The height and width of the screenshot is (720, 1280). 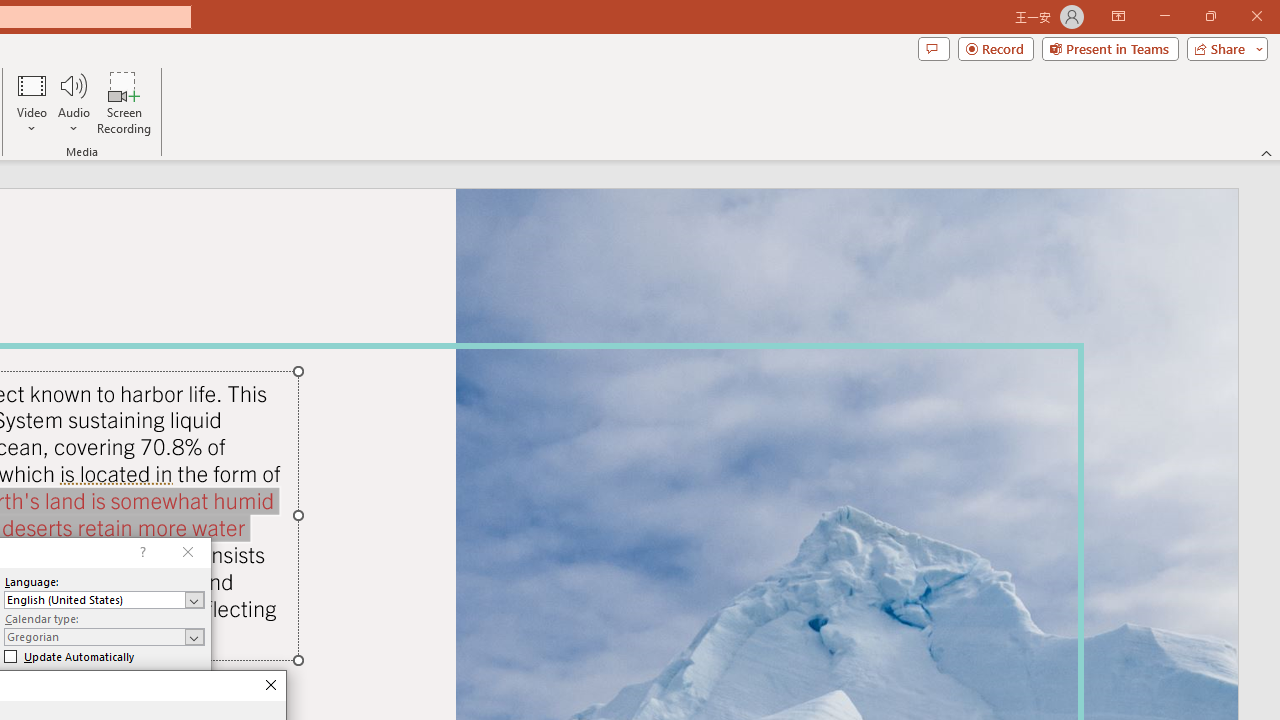 What do you see at coordinates (32, 103) in the screenshot?
I see `'Video'` at bounding box center [32, 103].